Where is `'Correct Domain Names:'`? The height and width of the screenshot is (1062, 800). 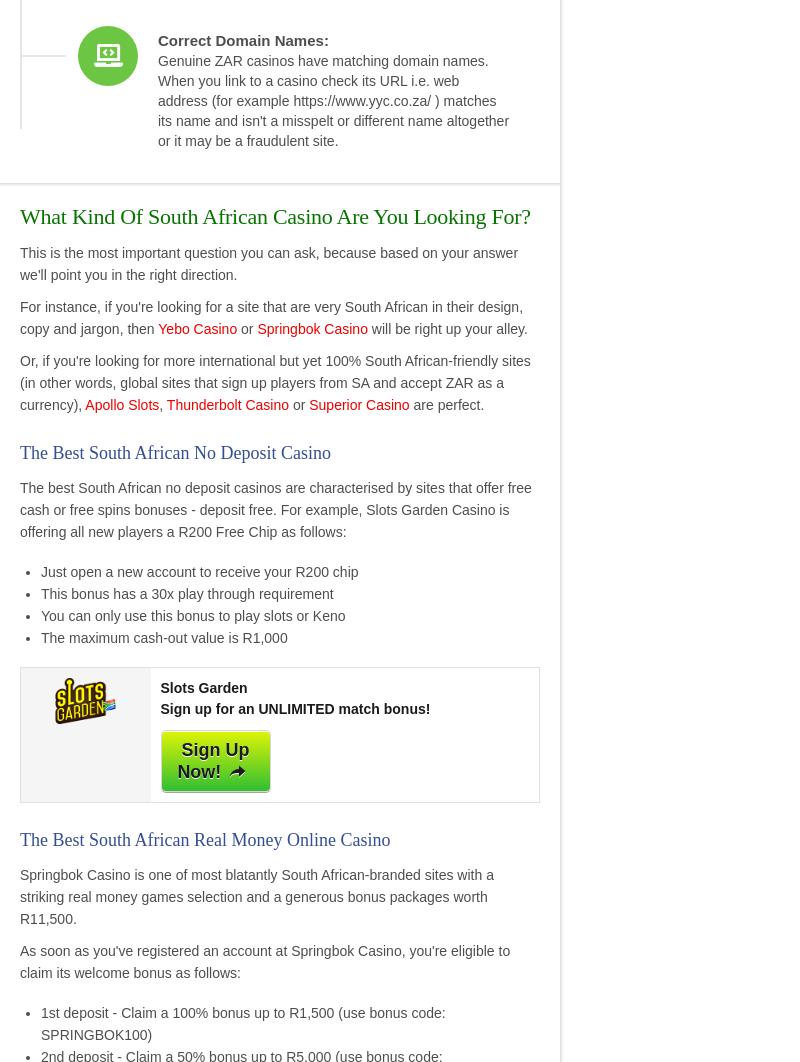 'Correct Domain Names:' is located at coordinates (158, 40).